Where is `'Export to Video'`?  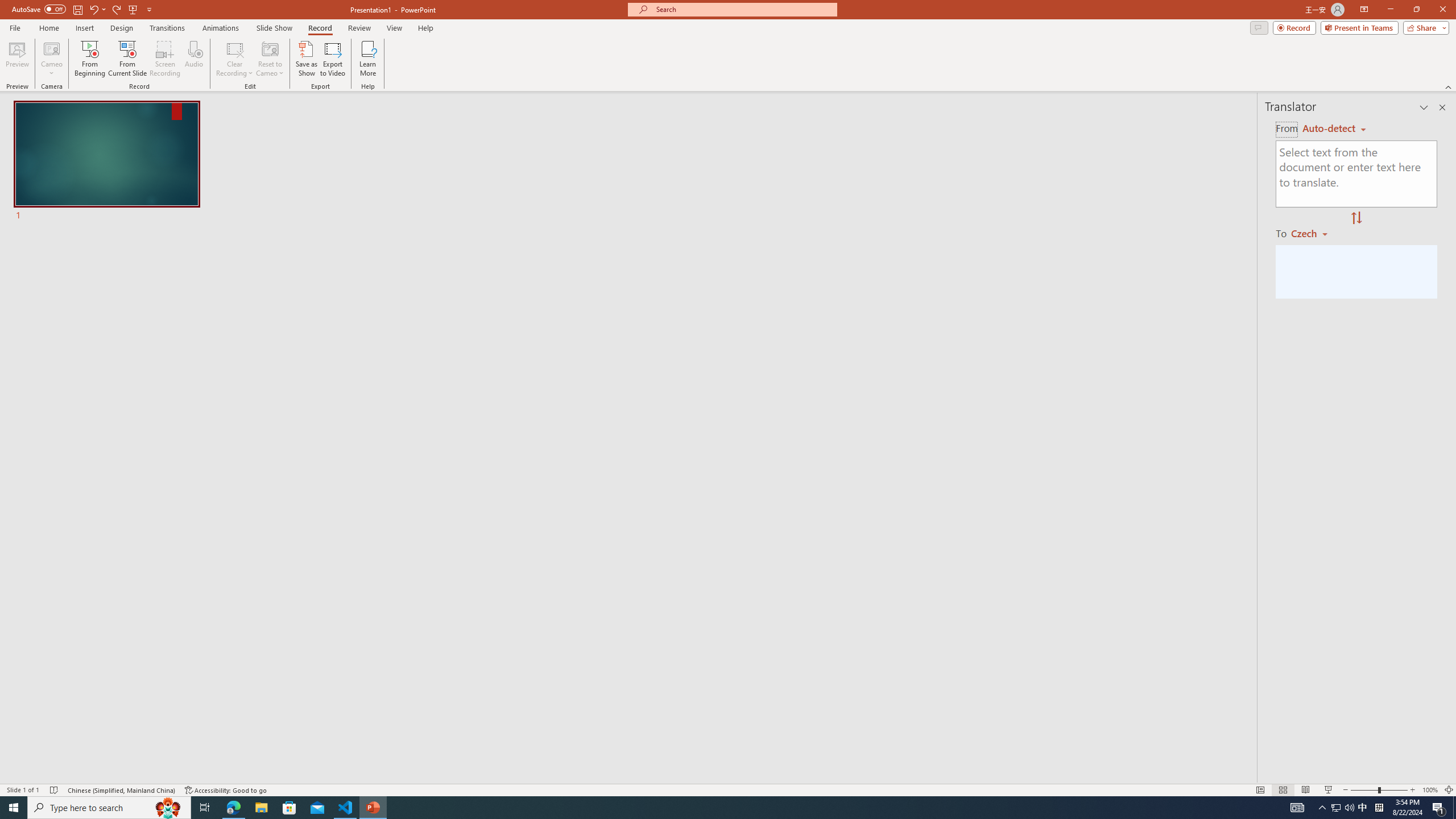 'Export to Video' is located at coordinates (332, 59).